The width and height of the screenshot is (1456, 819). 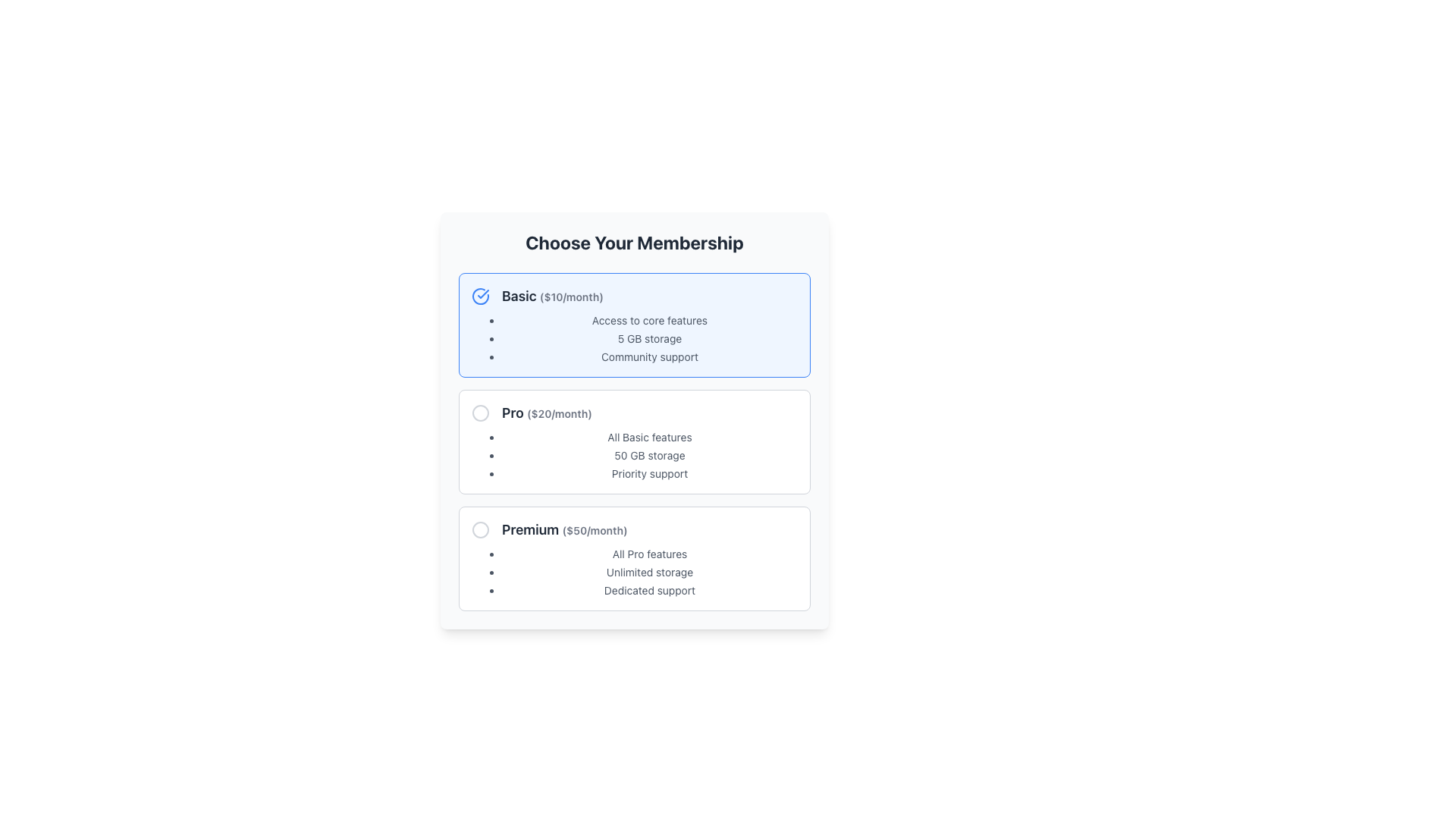 What do you see at coordinates (479, 413) in the screenshot?
I see `the circular icon that acts as a placeholder for the 'Pro ($20/month)' membership option, located to the left of the corresponding text in the second section of the membership list` at bounding box center [479, 413].